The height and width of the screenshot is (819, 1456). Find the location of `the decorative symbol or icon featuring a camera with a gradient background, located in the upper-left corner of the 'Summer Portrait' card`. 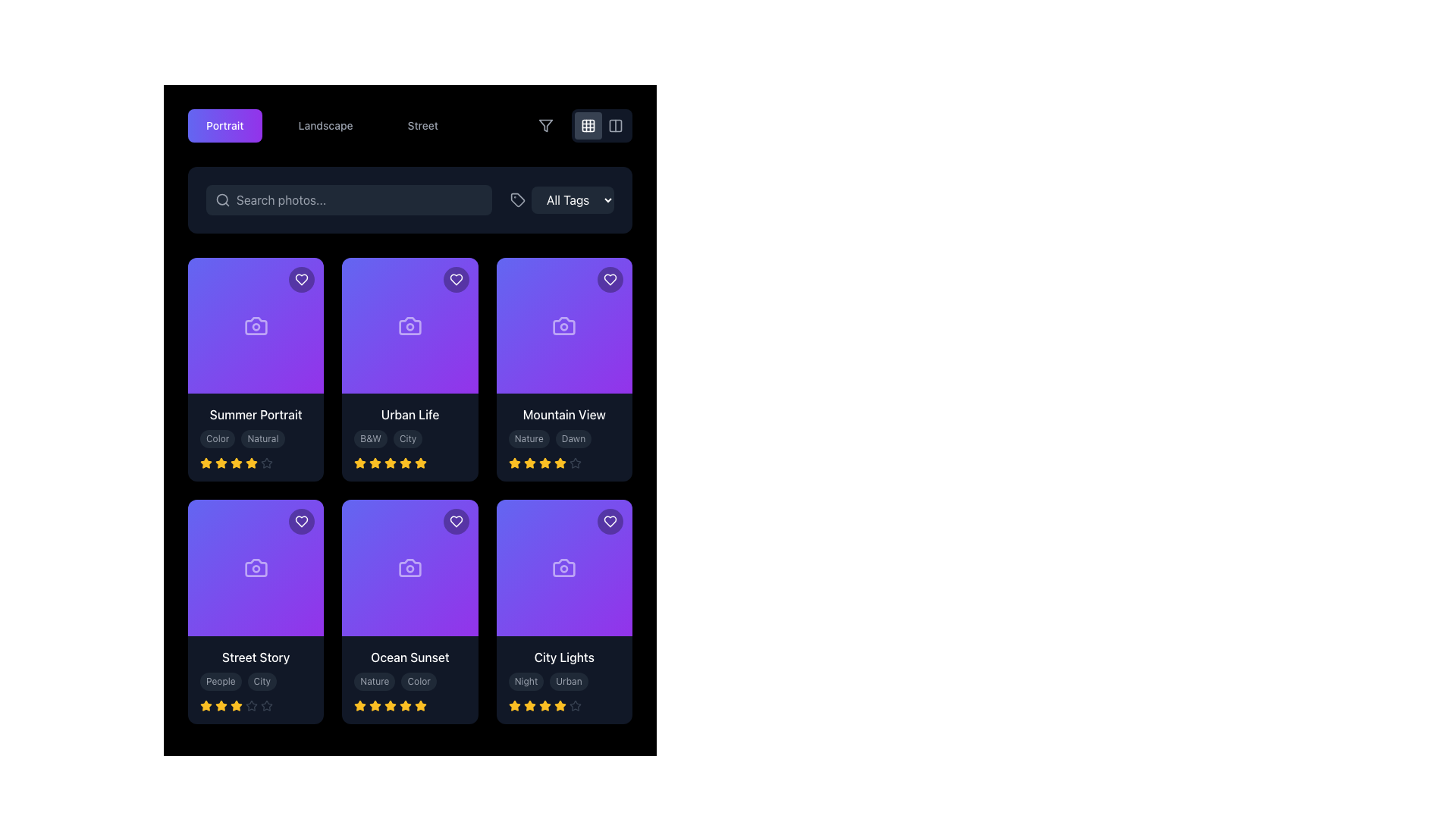

the decorative symbol or icon featuring a camera with a gradient background, located in the upper-left corner of the 'Summer Portrait' card is located at coordinates (256, 325).